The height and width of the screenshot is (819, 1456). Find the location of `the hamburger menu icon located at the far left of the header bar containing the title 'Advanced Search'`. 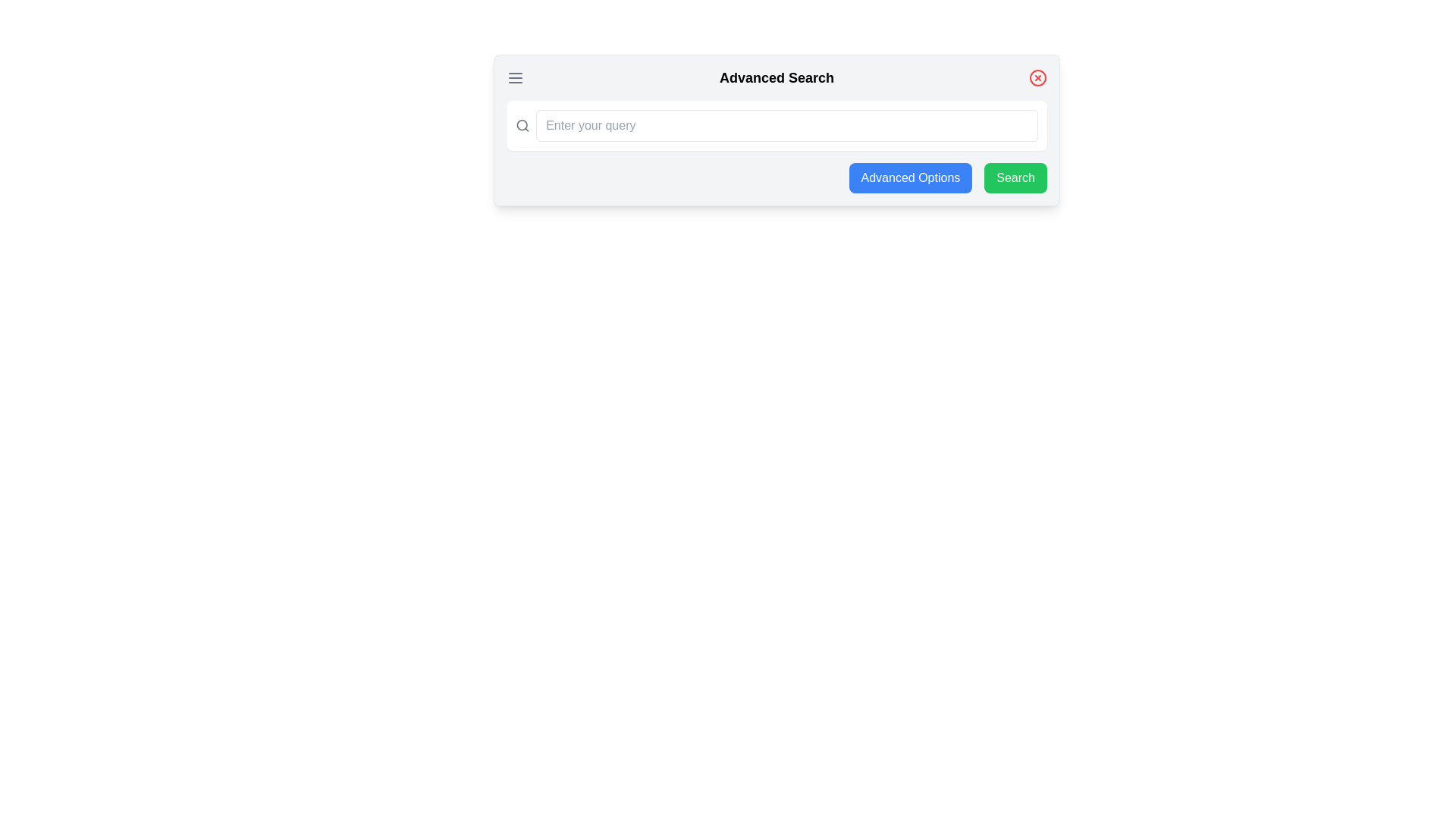

the hamburger menu icon located at the far left of the header bar containing the title 'Advanced Search' is located at coordinates (516, 78).